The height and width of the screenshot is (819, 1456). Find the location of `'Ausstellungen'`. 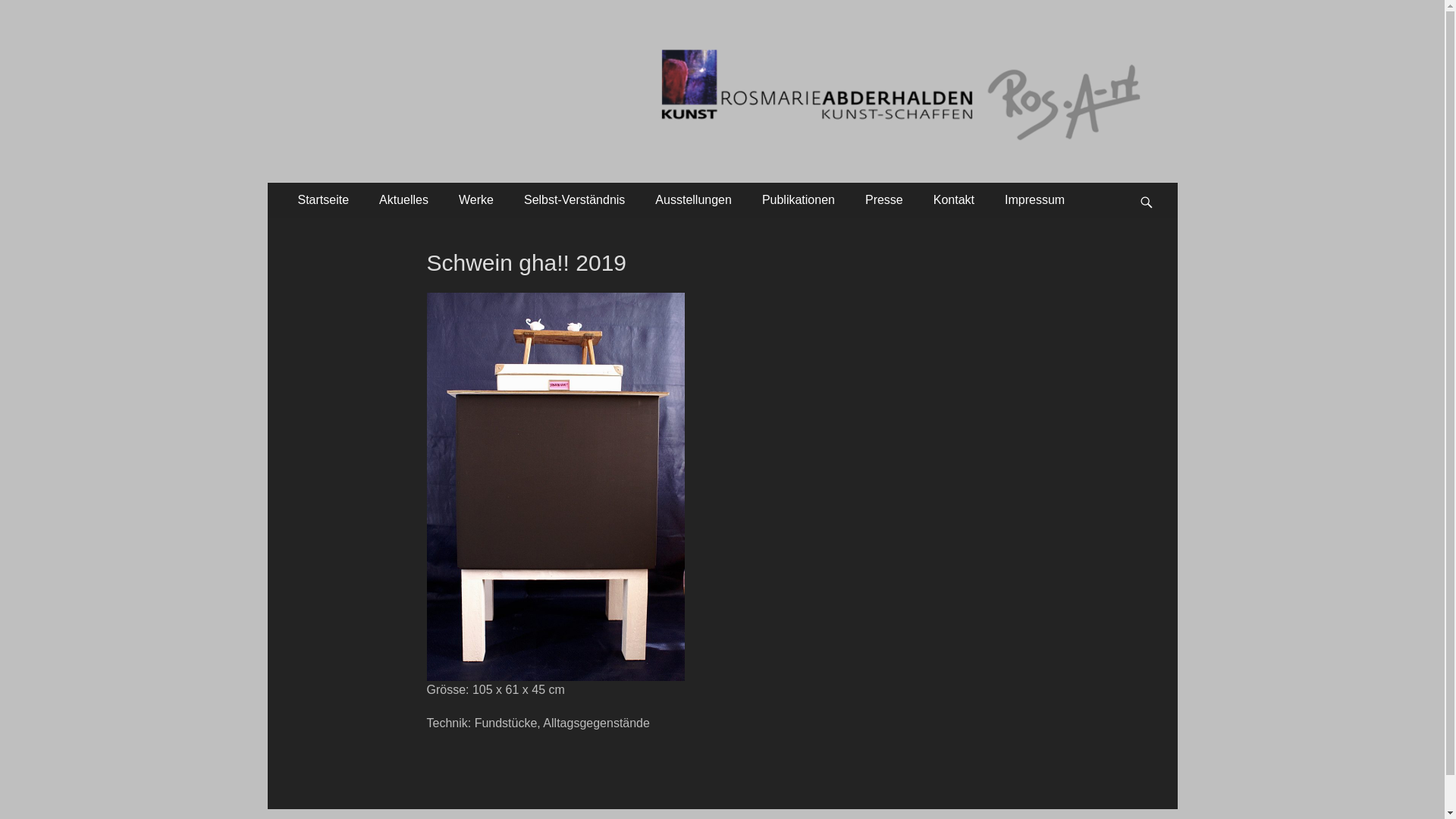

'Ausstellungen' is located at coordinates (692, 199).